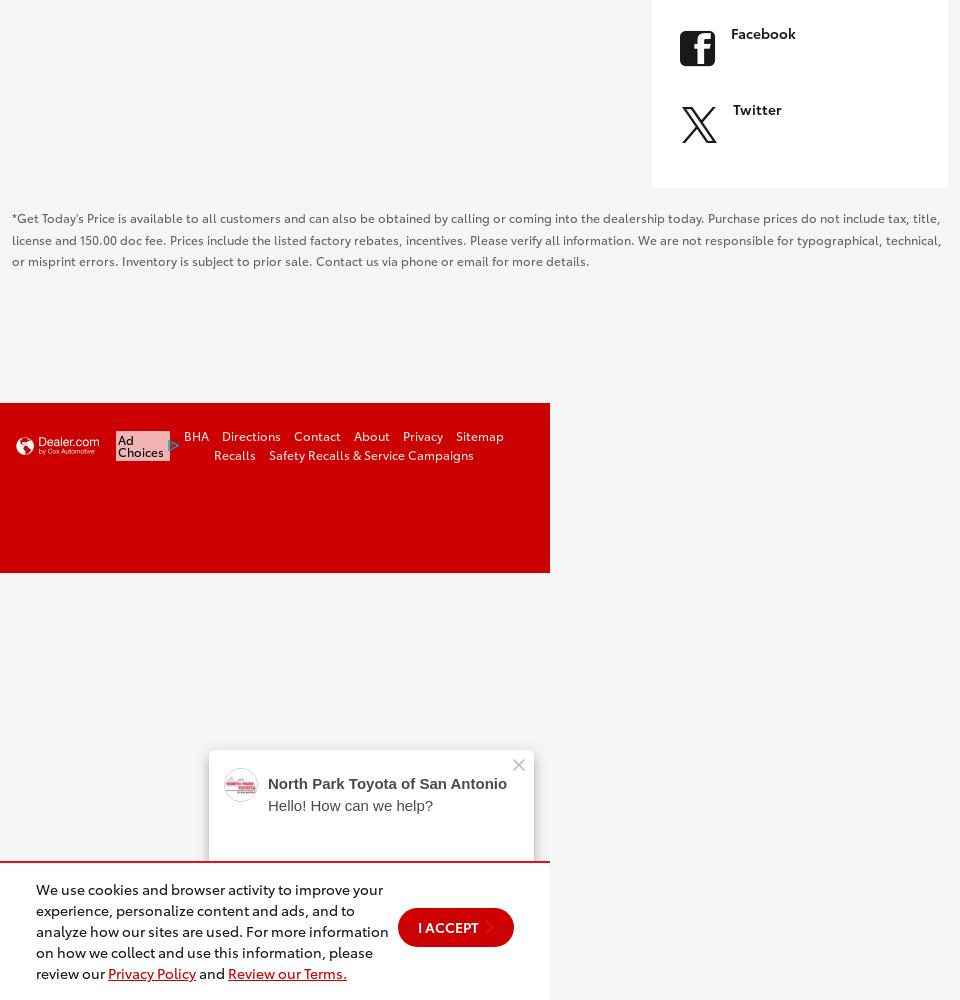  Describe the element at coordinates (250, 435) in the screenshot. I see `'Directions'` at that location.